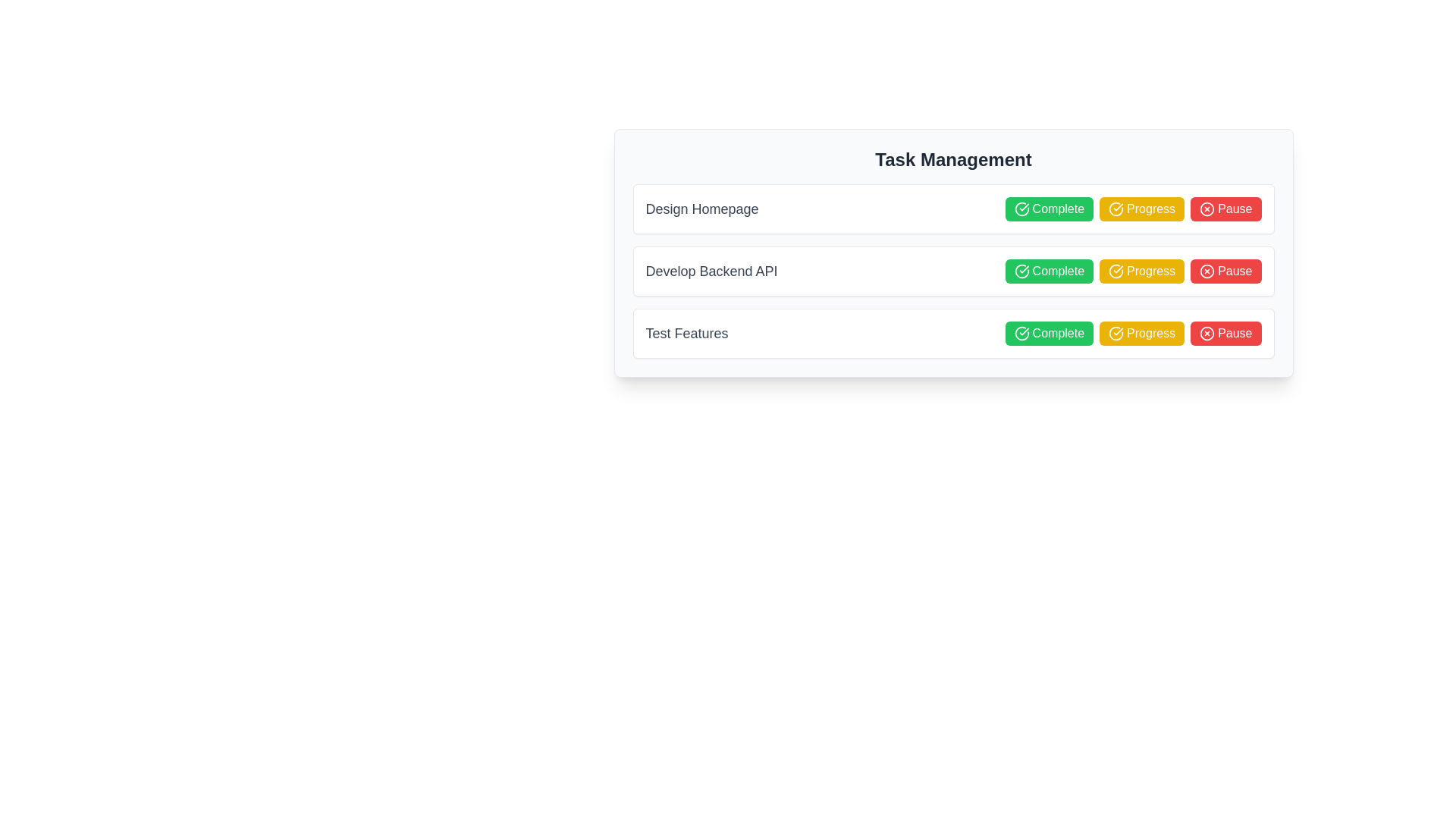 The height and width of the screenshot is (819, 1456). I want to click on the yellow circular icon with a checkmark in its center, which is part of the 'Progress' button in the task management table, so click(1116, 332).